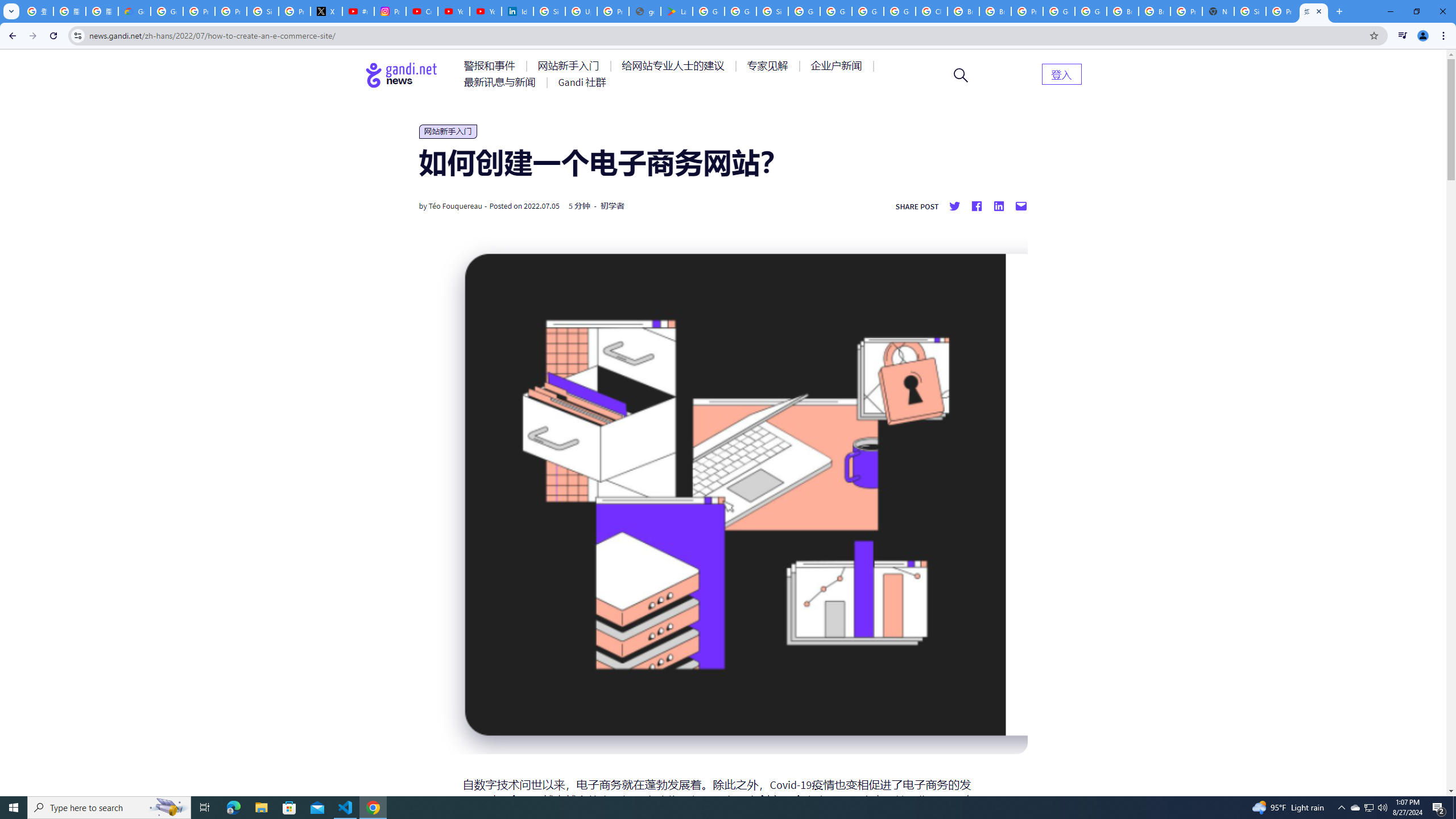 The height and width of the screenshot is (819, 1456). I want to click on 'AutomationID: menu-item-77765', so click(838, 65).